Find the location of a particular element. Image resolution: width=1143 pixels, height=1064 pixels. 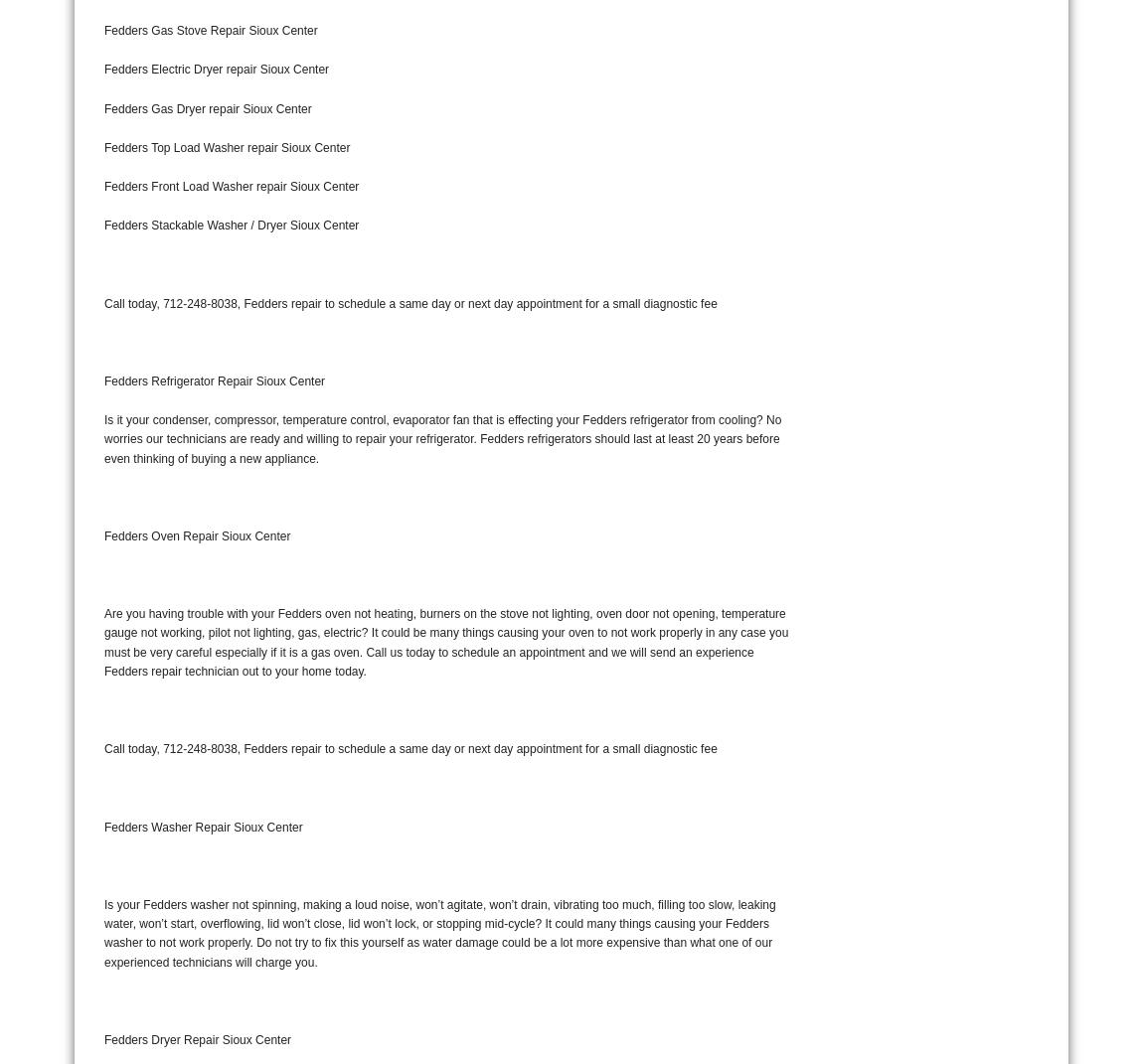

'Is your Fedders washer not spinning, making a loud noise, won’t agitate, won’t drain, vibrating too much, filling too slow, leaking water, won’t start, overflowing, lid won’t close, lid won’t lock, or stopping mid-cycle? It could many things causing your Fedders washer to not work properly. Do not try to fix this yourself as water damage could be a lot more expensive than what one of our experienced technicians will charge you.' is located at coordinates (102, 932).